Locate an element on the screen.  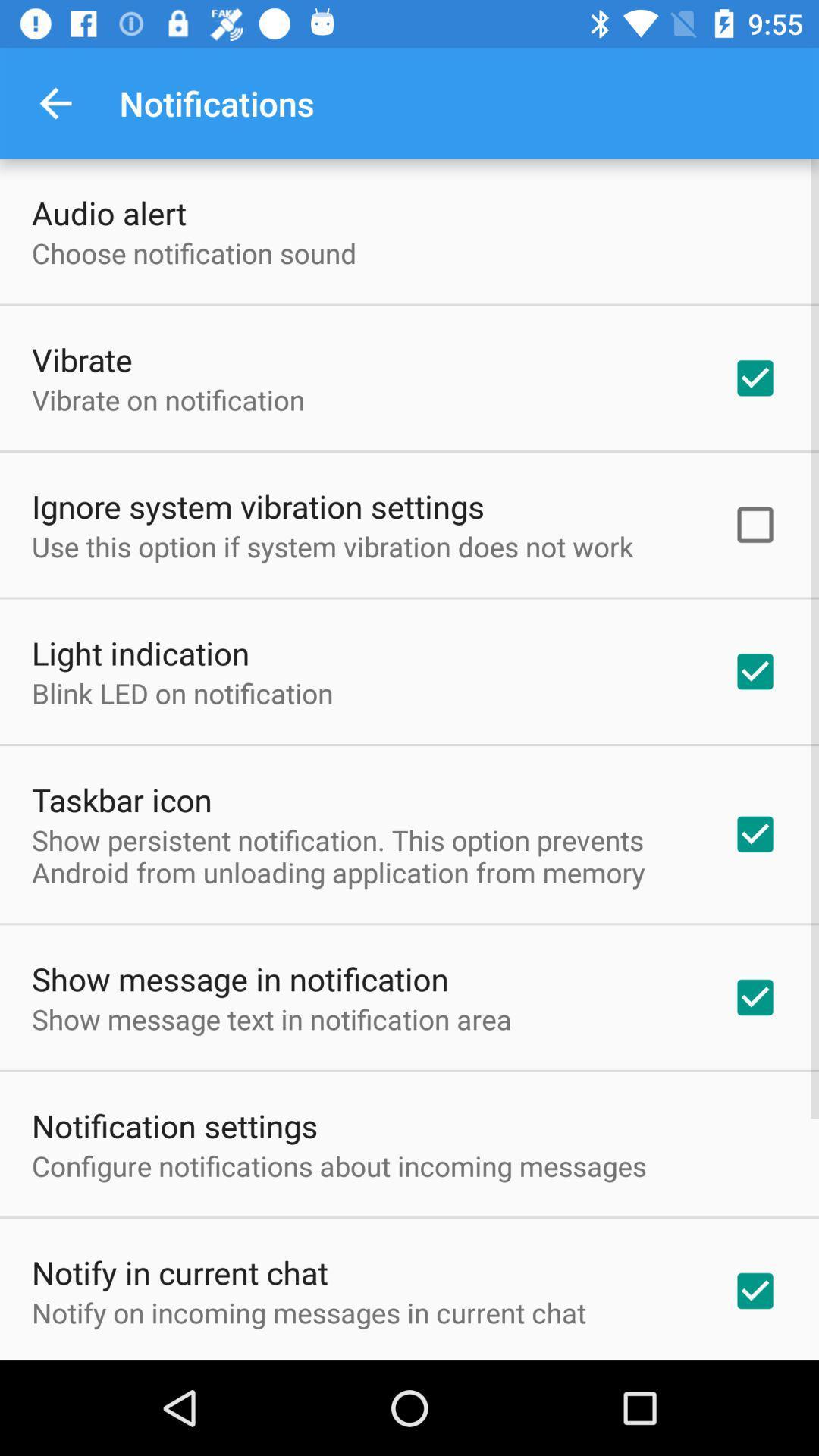
item below the blink led on icon is located at coordinates (121, 799).